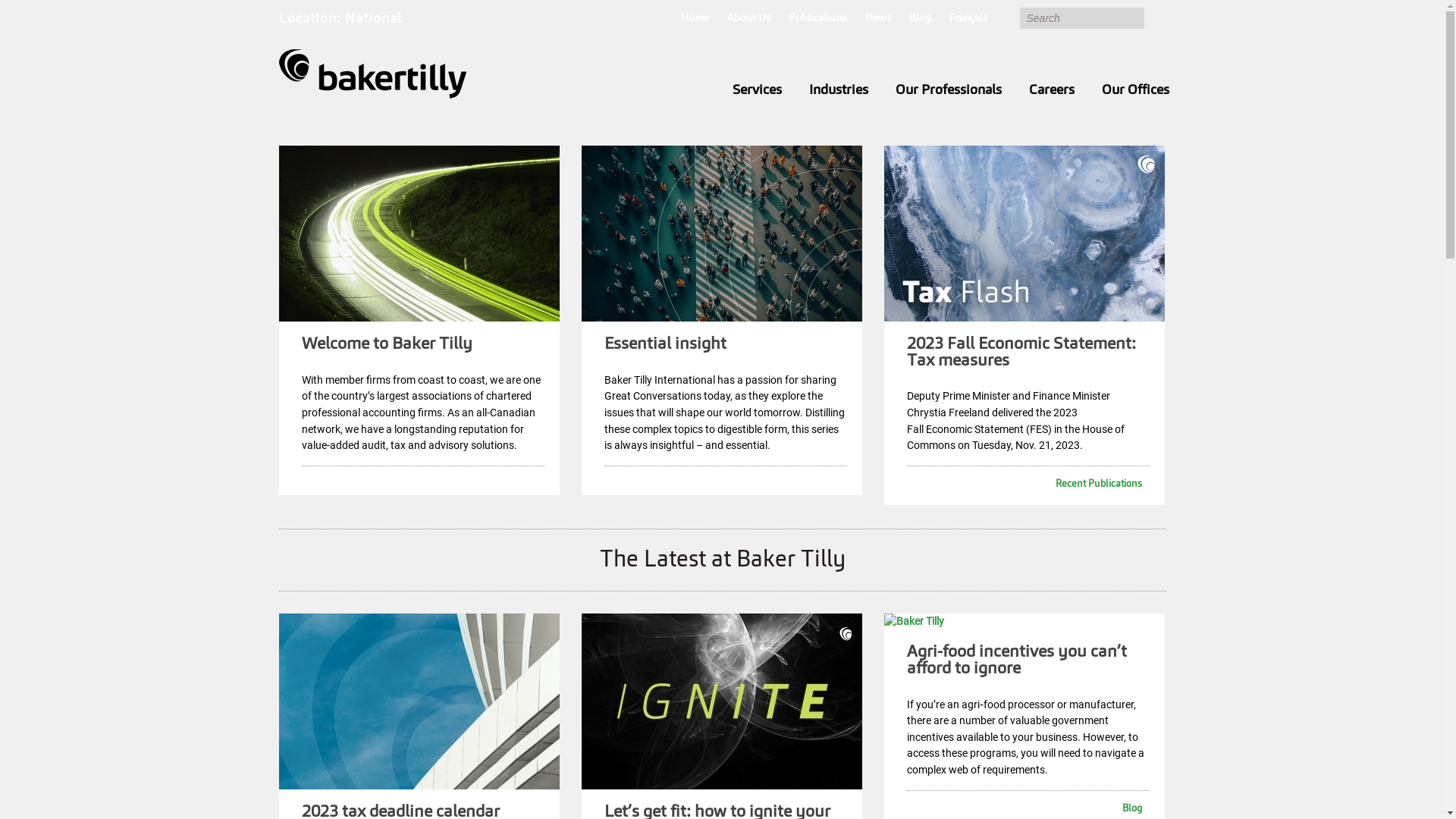  What do you see at coordinates (372, 74) in the screenshot?
I see `'Baker Tilly'` at bounding box center [372, 74].